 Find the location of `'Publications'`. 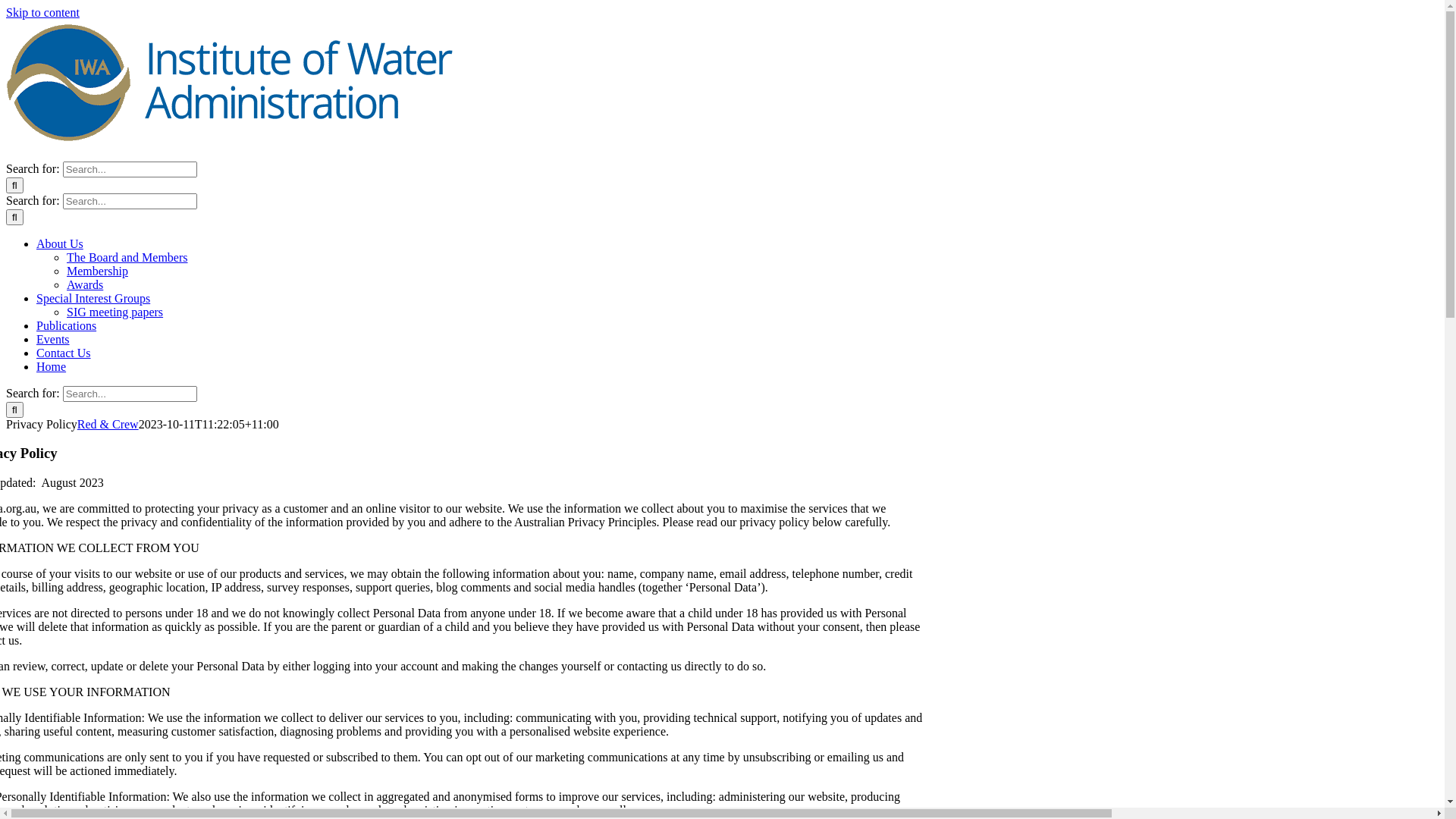

'Publications' is located at coordinates (36, 325).